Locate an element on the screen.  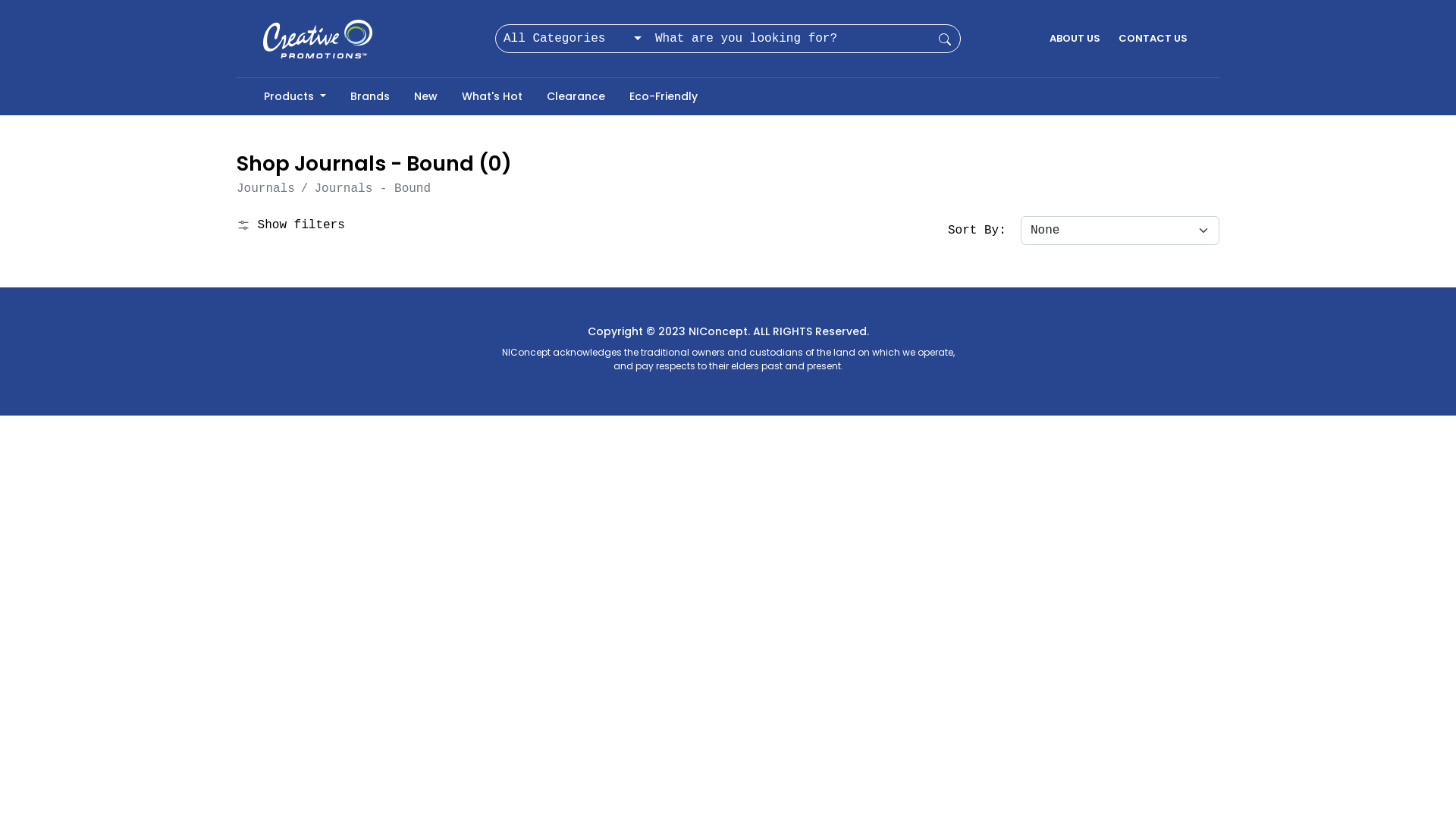
'New' is located at coordinates (425, 96).